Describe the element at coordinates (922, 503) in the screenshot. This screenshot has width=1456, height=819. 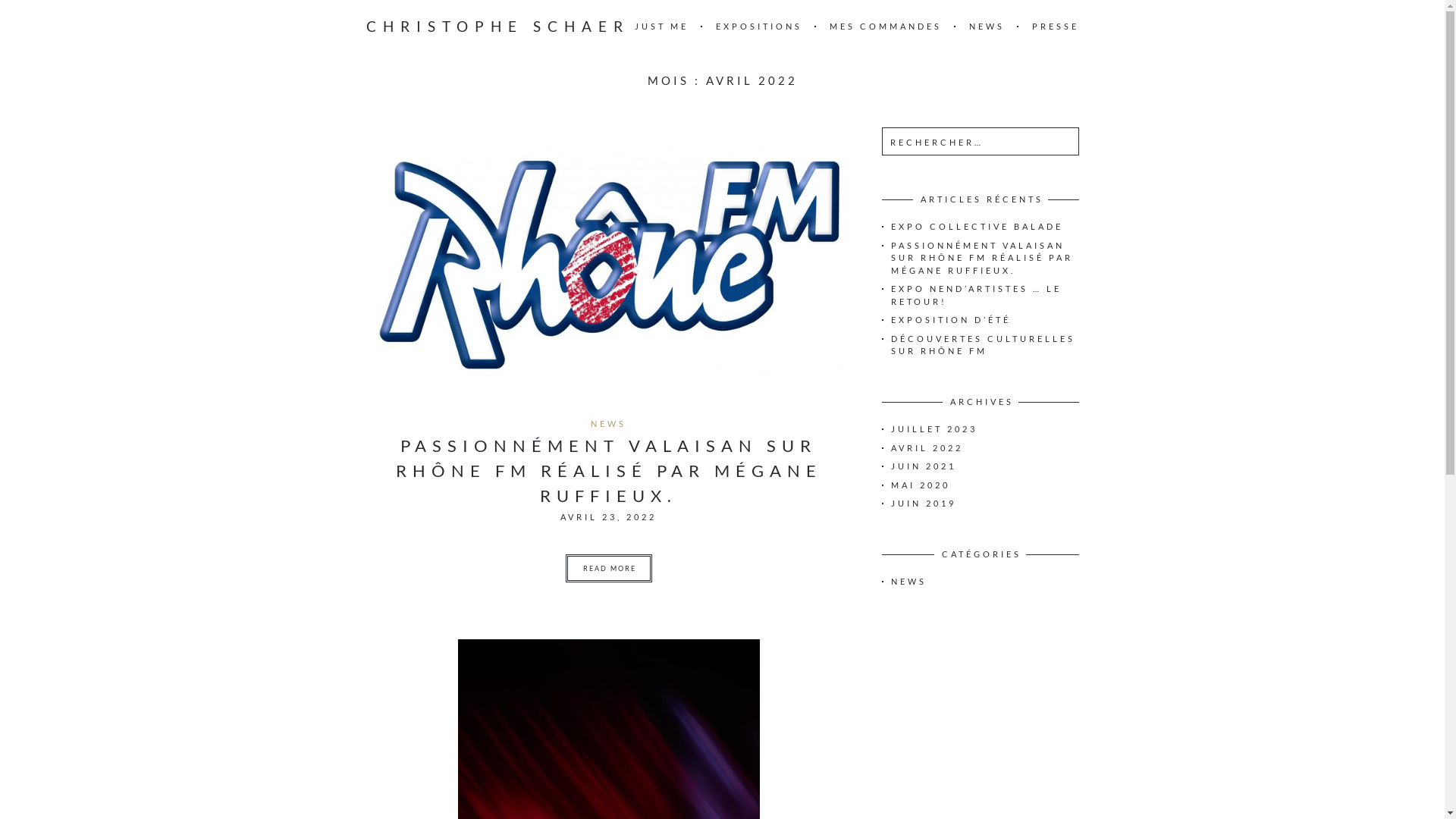
I see `'JUIN 2019'` at that location.